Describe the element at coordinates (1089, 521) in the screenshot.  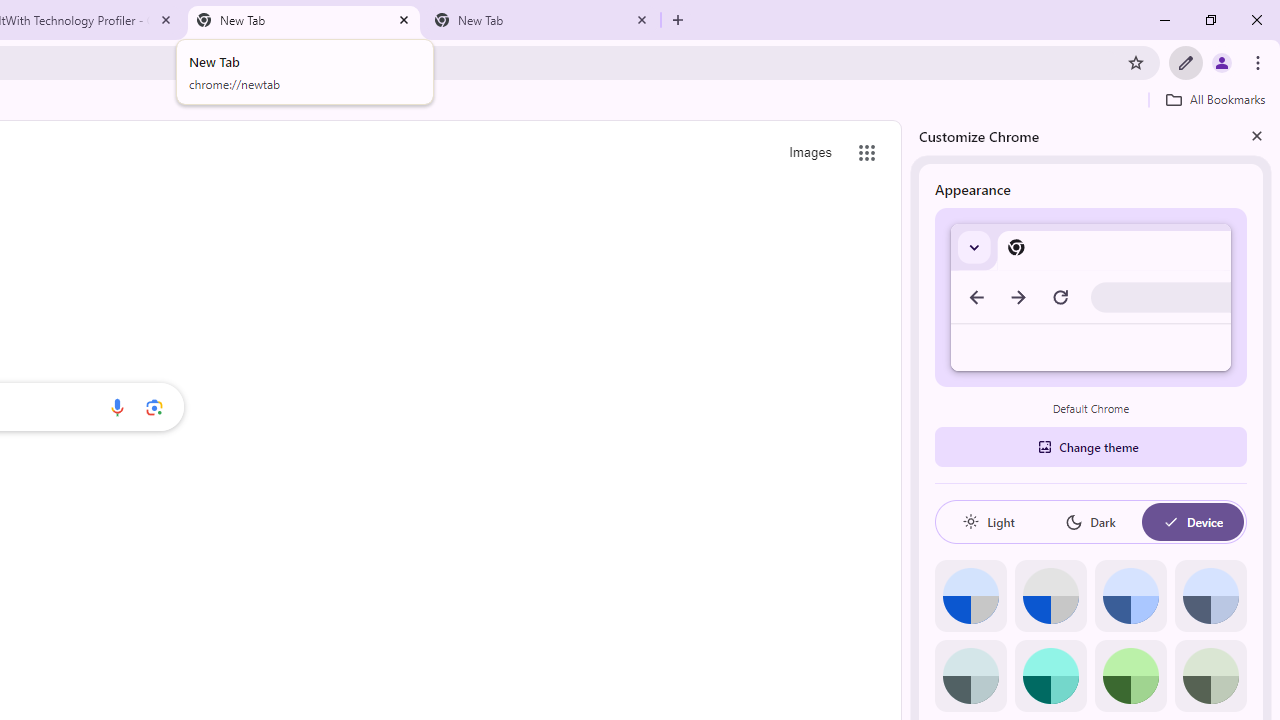
I see `'Dark'` at that location.